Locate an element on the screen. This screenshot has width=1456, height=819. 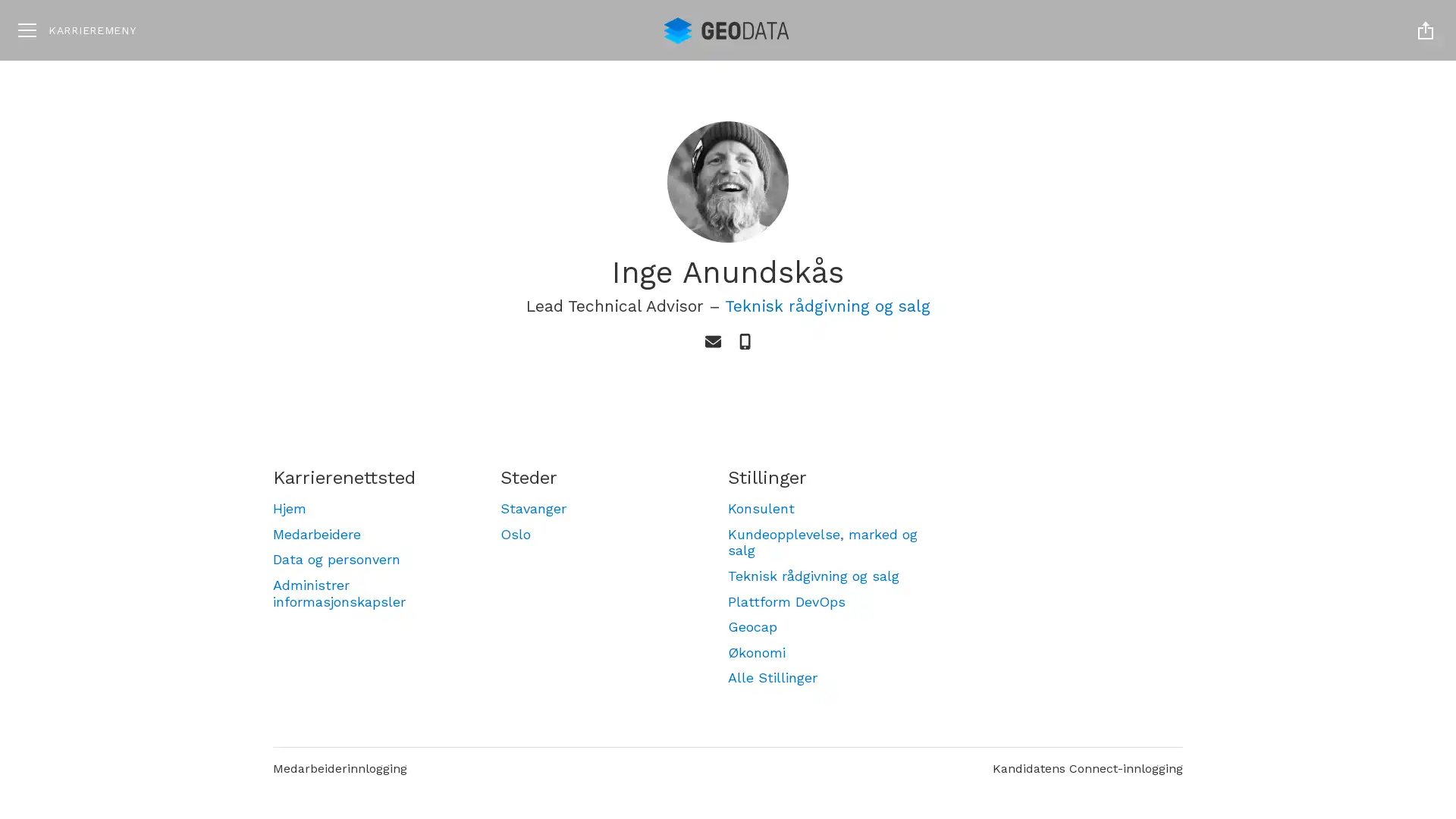
Administrer informasjonskapsler is located at coordinates (372, 592).